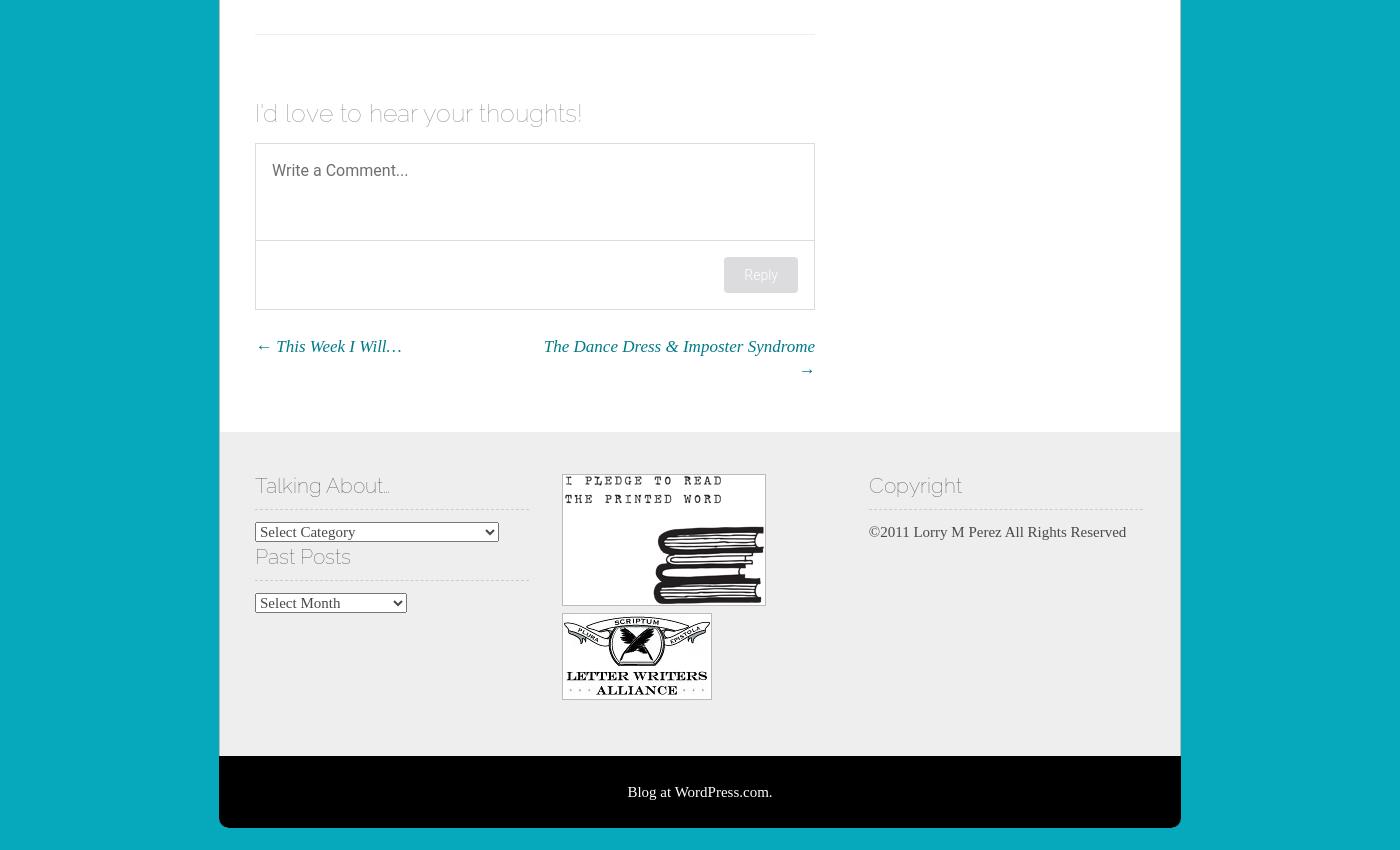  What do you see at coordinates (340, 346) in the screenshot?
I see `'Post navigation'` at bounding box center [340, 346].